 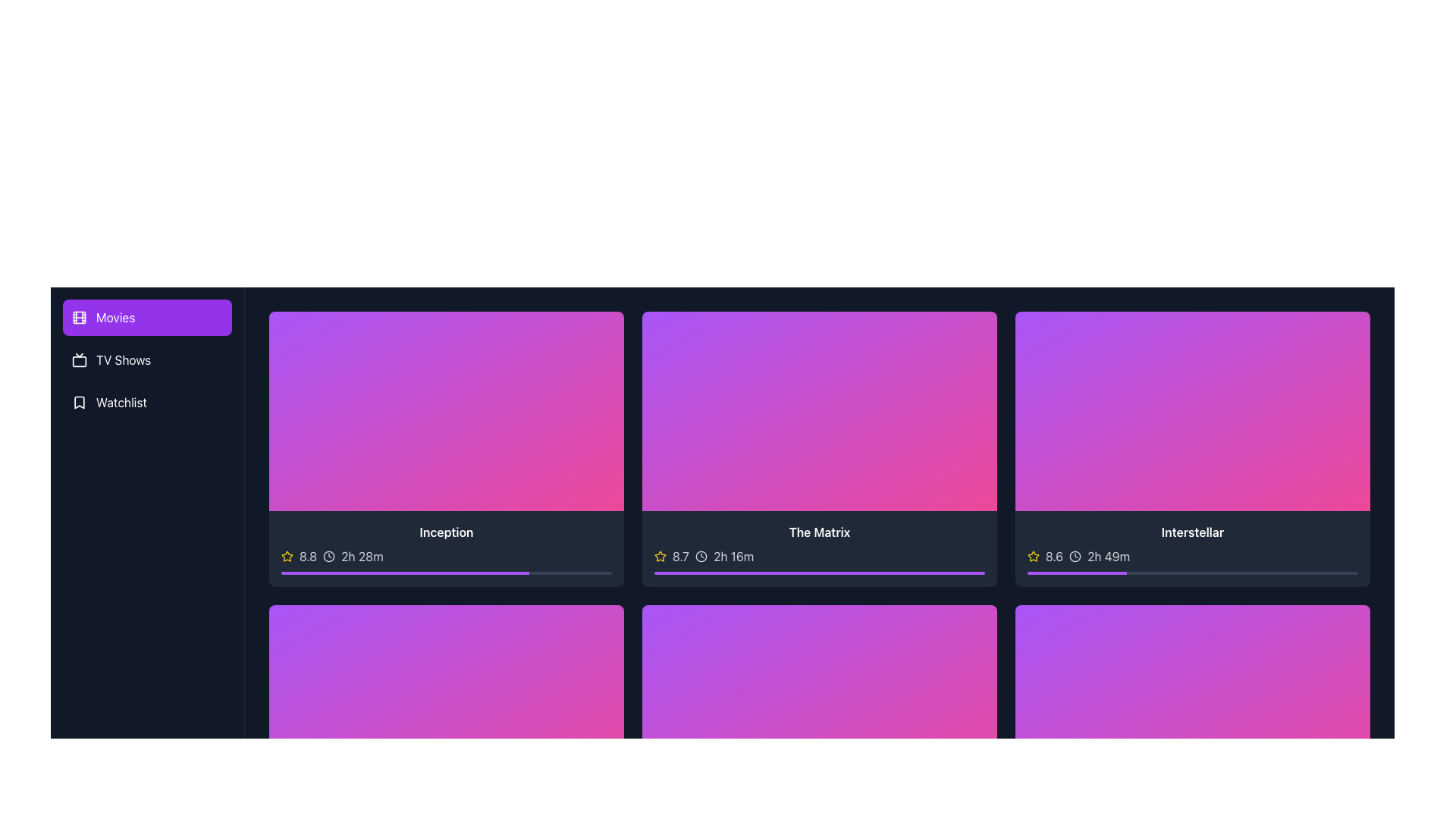 I want to click on the 'TV Shows' navigation button, which is the second item in the vertical list of navigation buttons, so click(x=147, y=359).